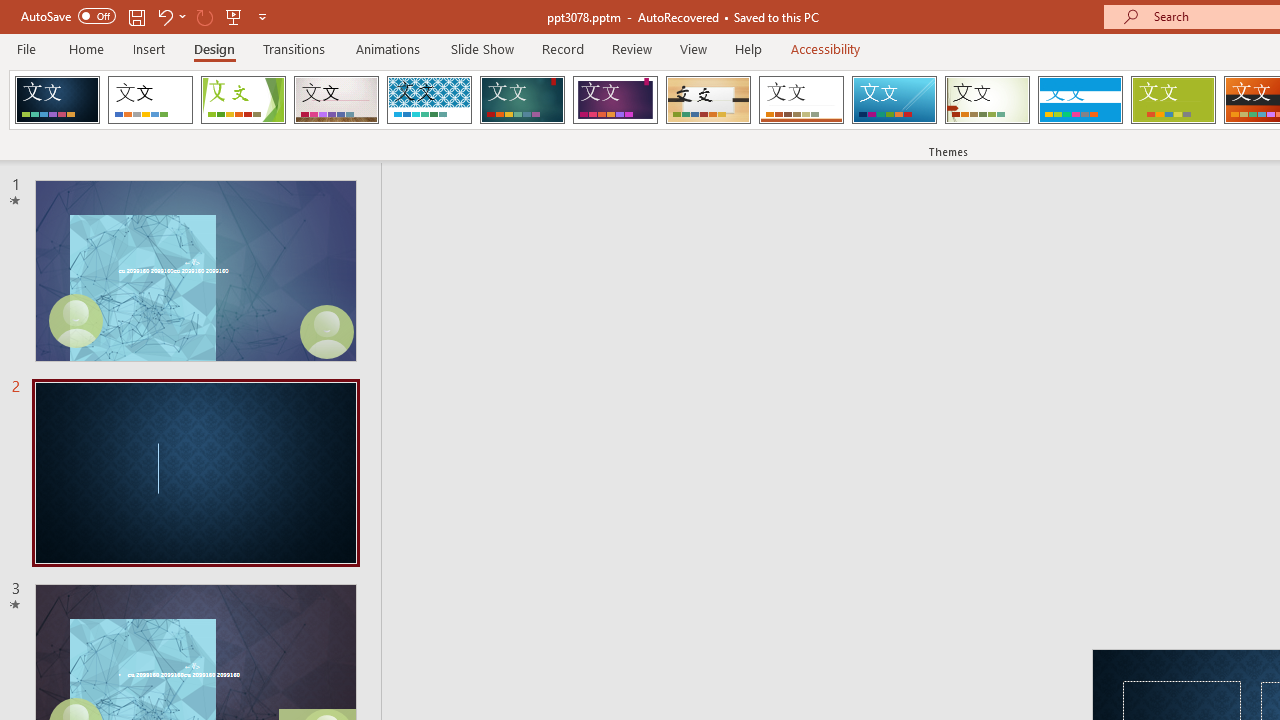  I want to click on 'Integral', so click(428, 100).